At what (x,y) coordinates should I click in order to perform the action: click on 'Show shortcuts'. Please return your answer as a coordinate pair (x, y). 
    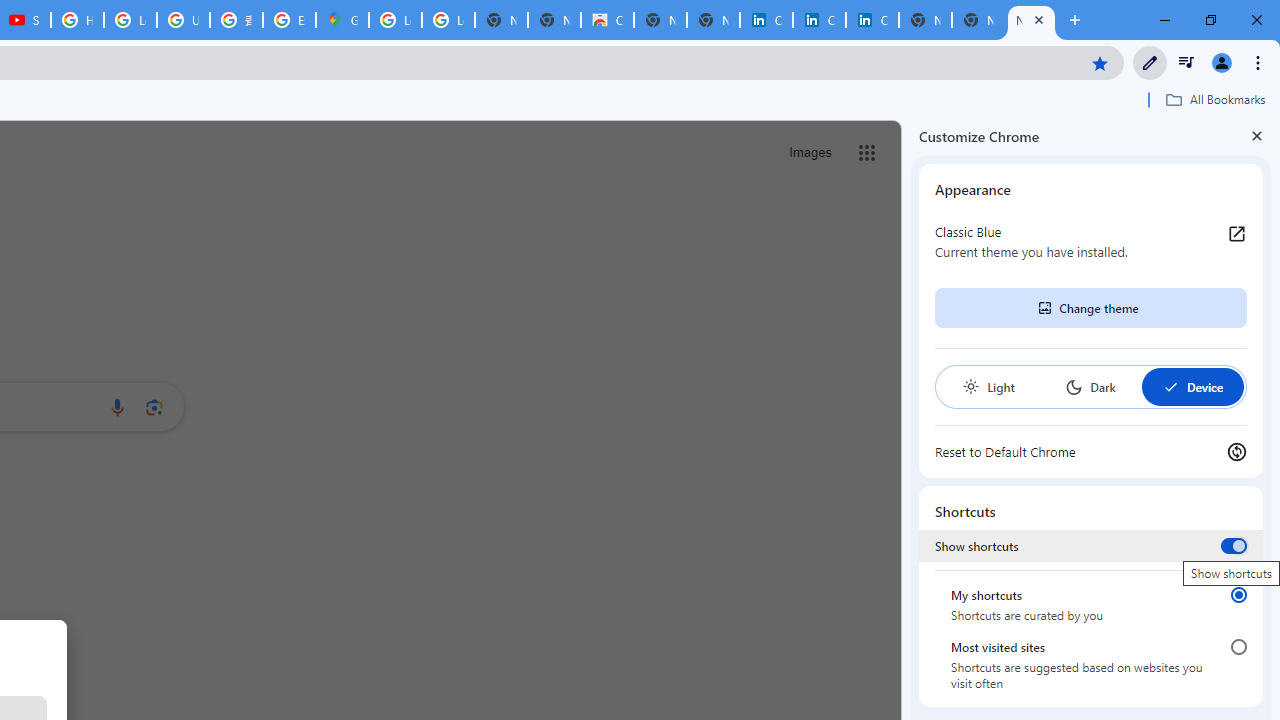
    Looking at the image, I should click on (1232, 545).